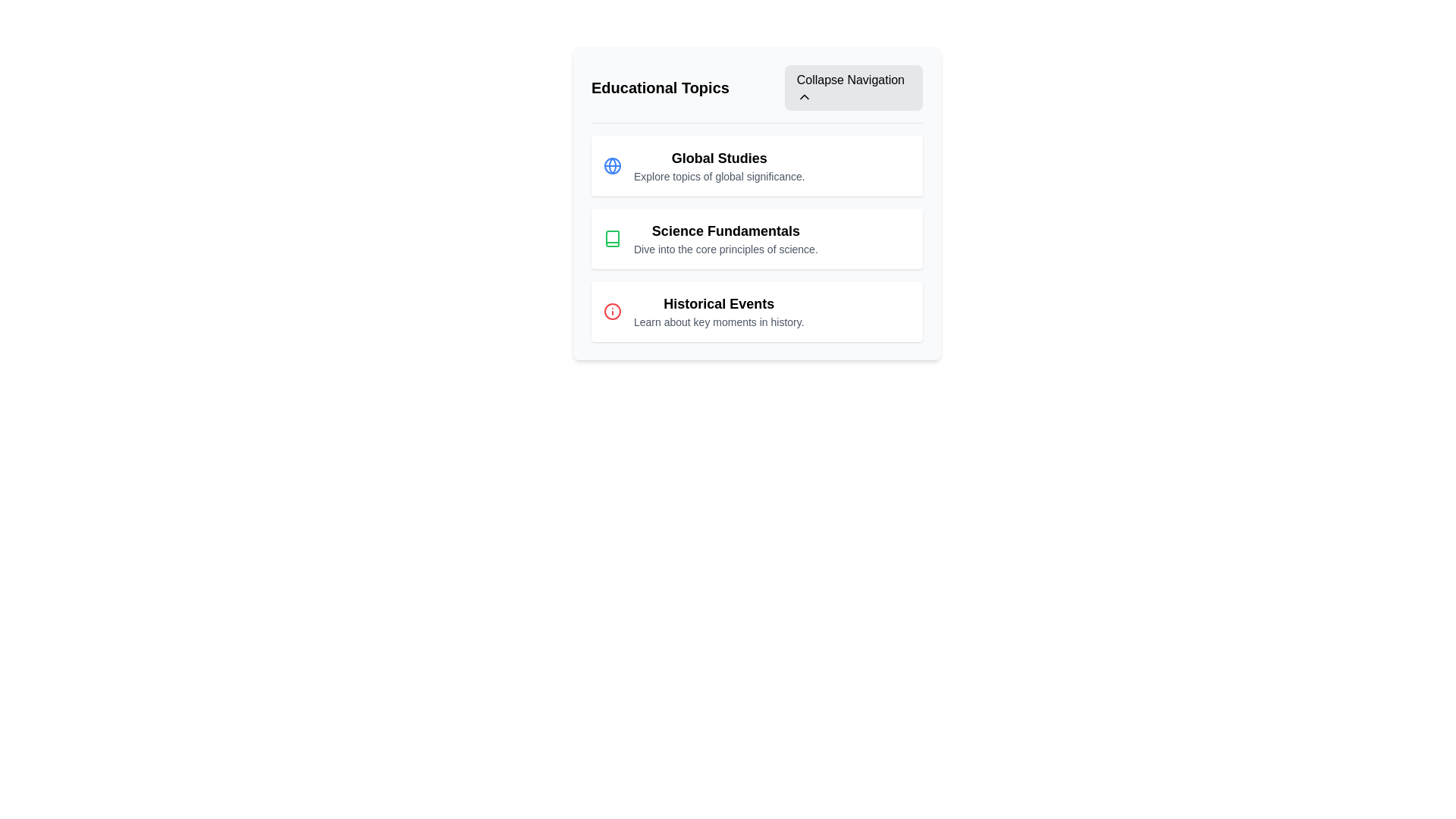 The image size is (1456, 819). Describe the element at coordinates (718, 175) in the screenshot. I see `the text label displaying 'Explore topics of global significance.' which is styled in gray and located below the title 'Global Studies.'` at that location.